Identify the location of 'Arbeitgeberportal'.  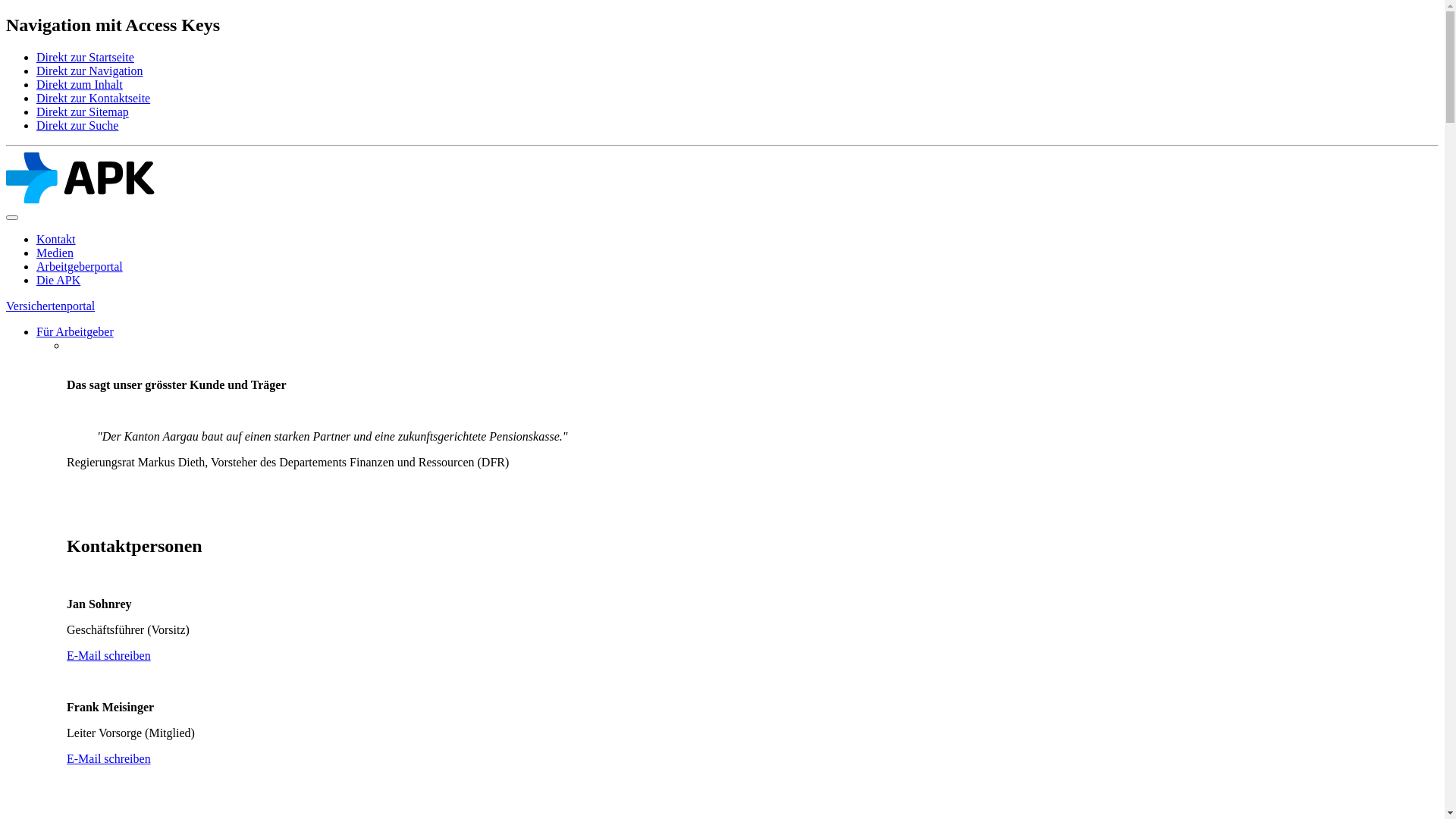
(79, 265).